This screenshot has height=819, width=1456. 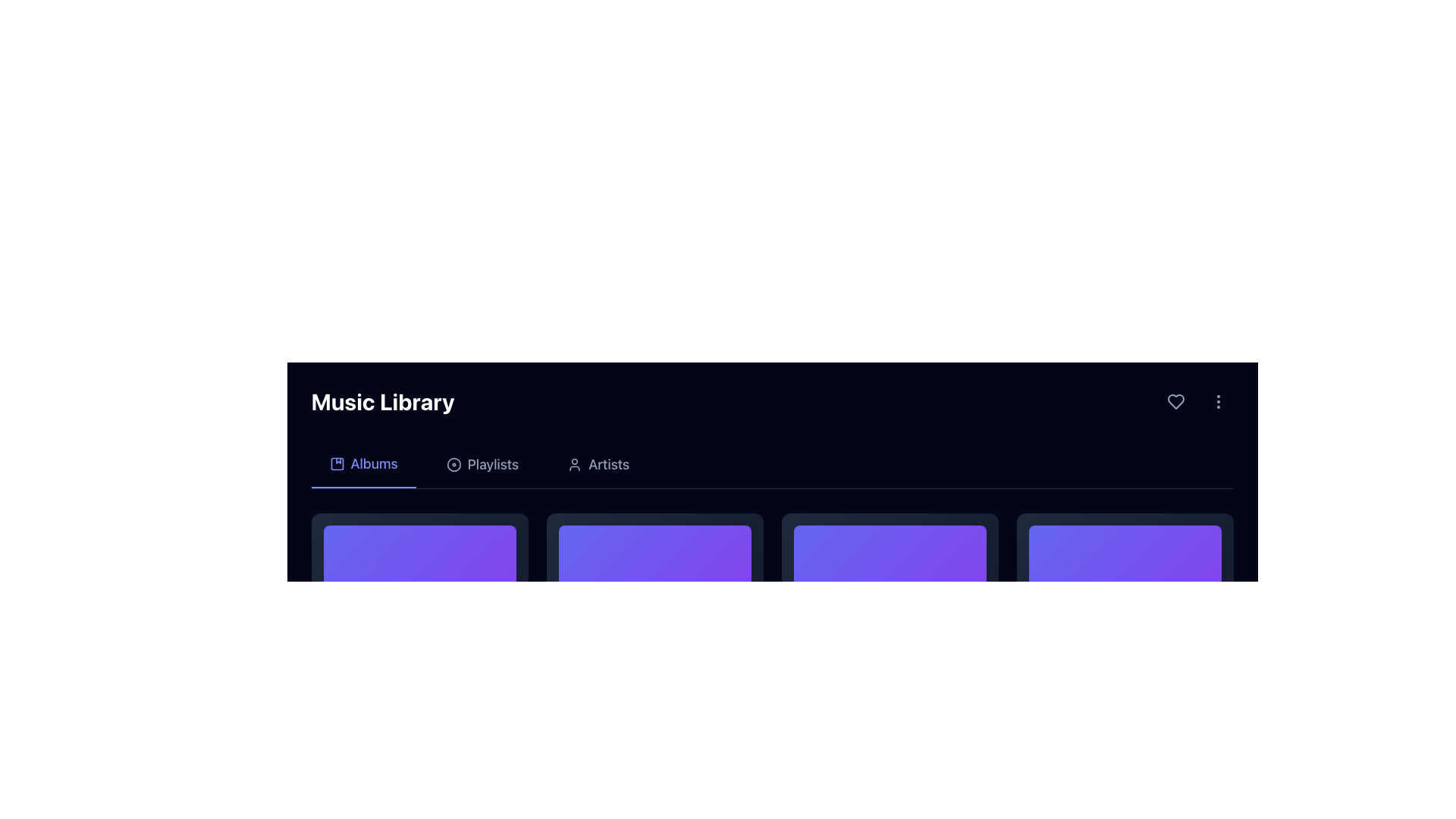 What do you see at coordinates (1175, 400) in the screenshot?
I see `the heart icon located at the top right corner of the main application interface to mark an item as a favorite` at bounding box center [1175, 400].